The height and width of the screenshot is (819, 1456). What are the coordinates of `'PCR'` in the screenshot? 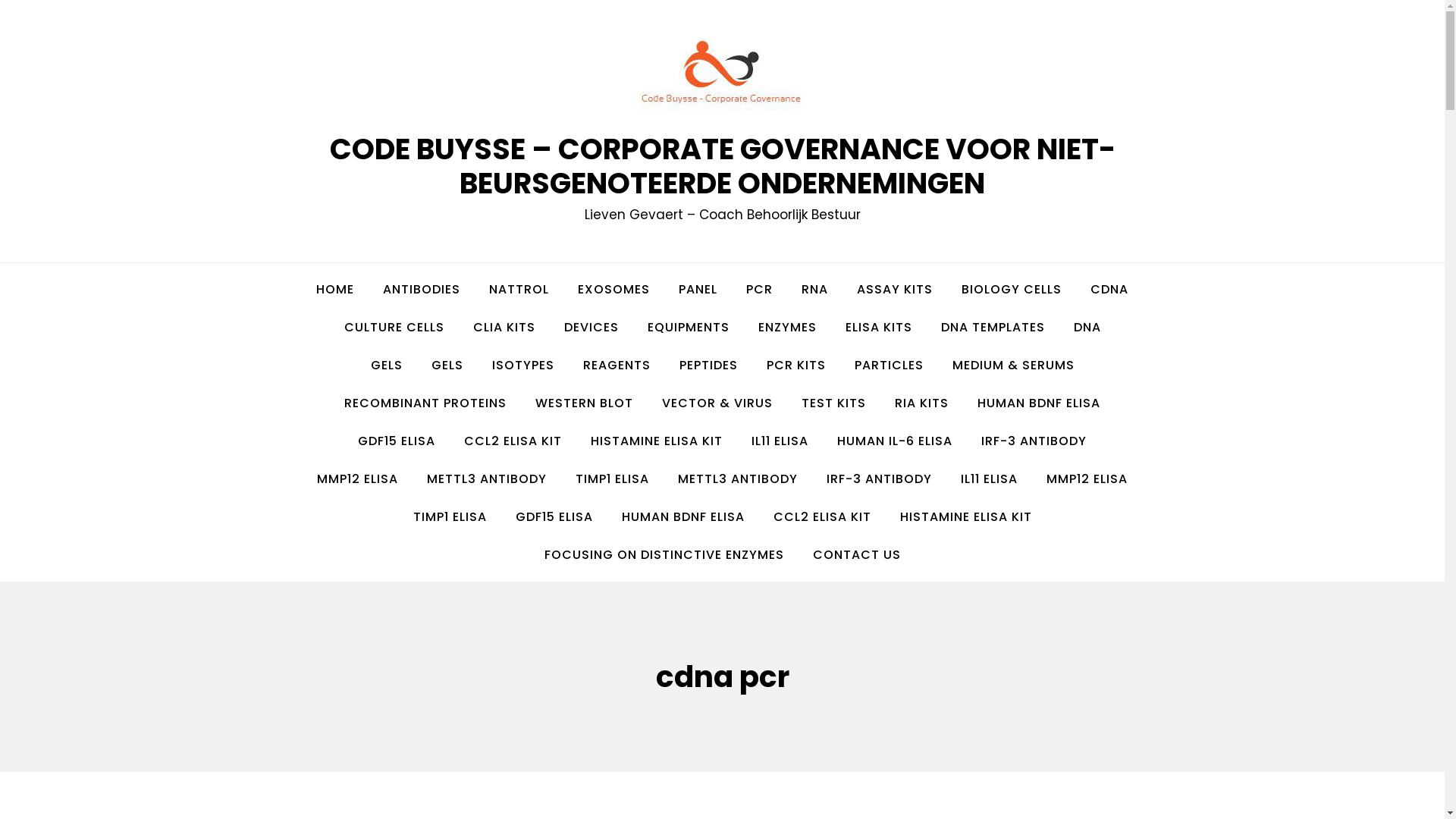 It's located at (759, 289).